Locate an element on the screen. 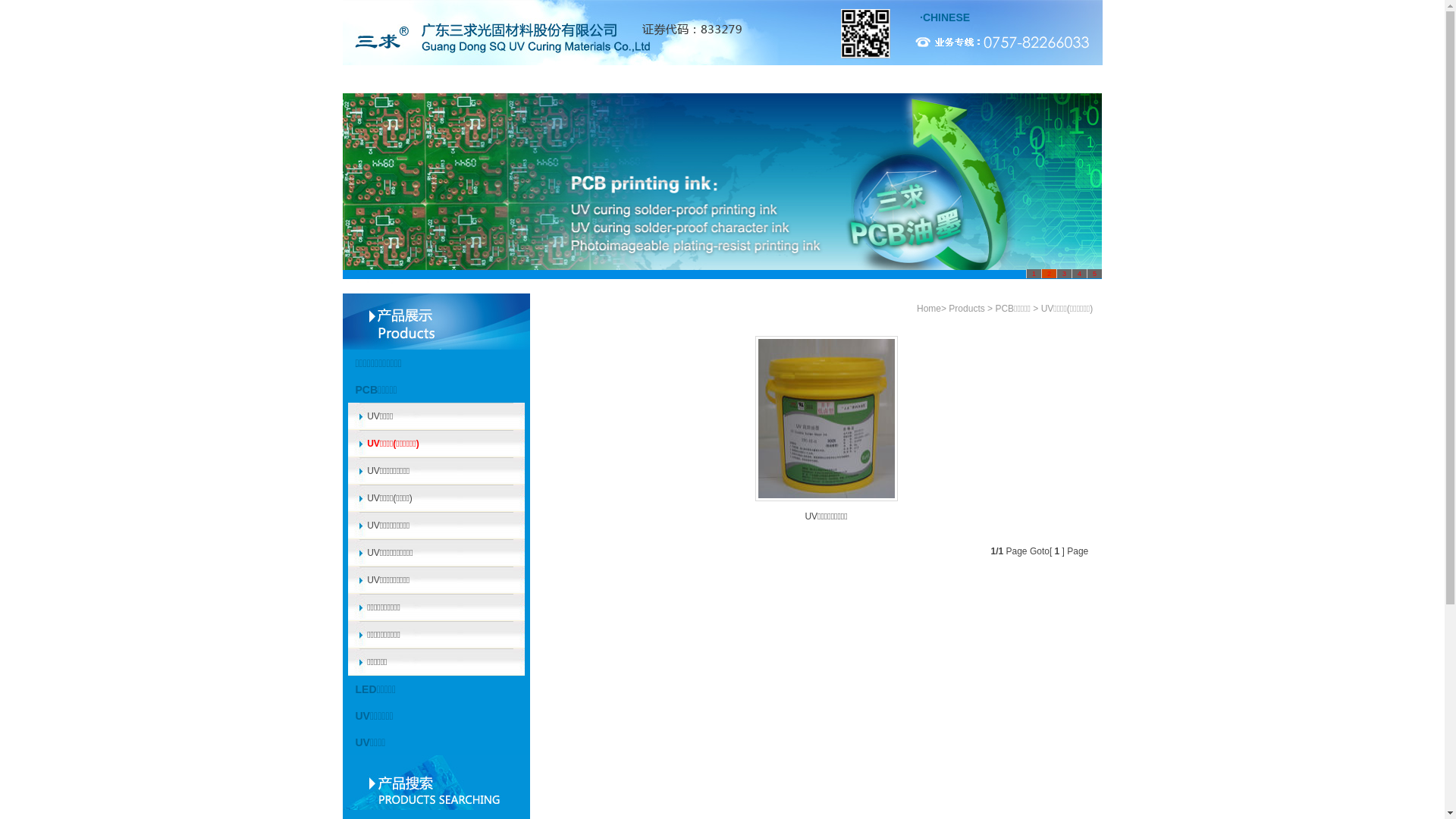  'CHINESE' is located at coordinates (946, 17).